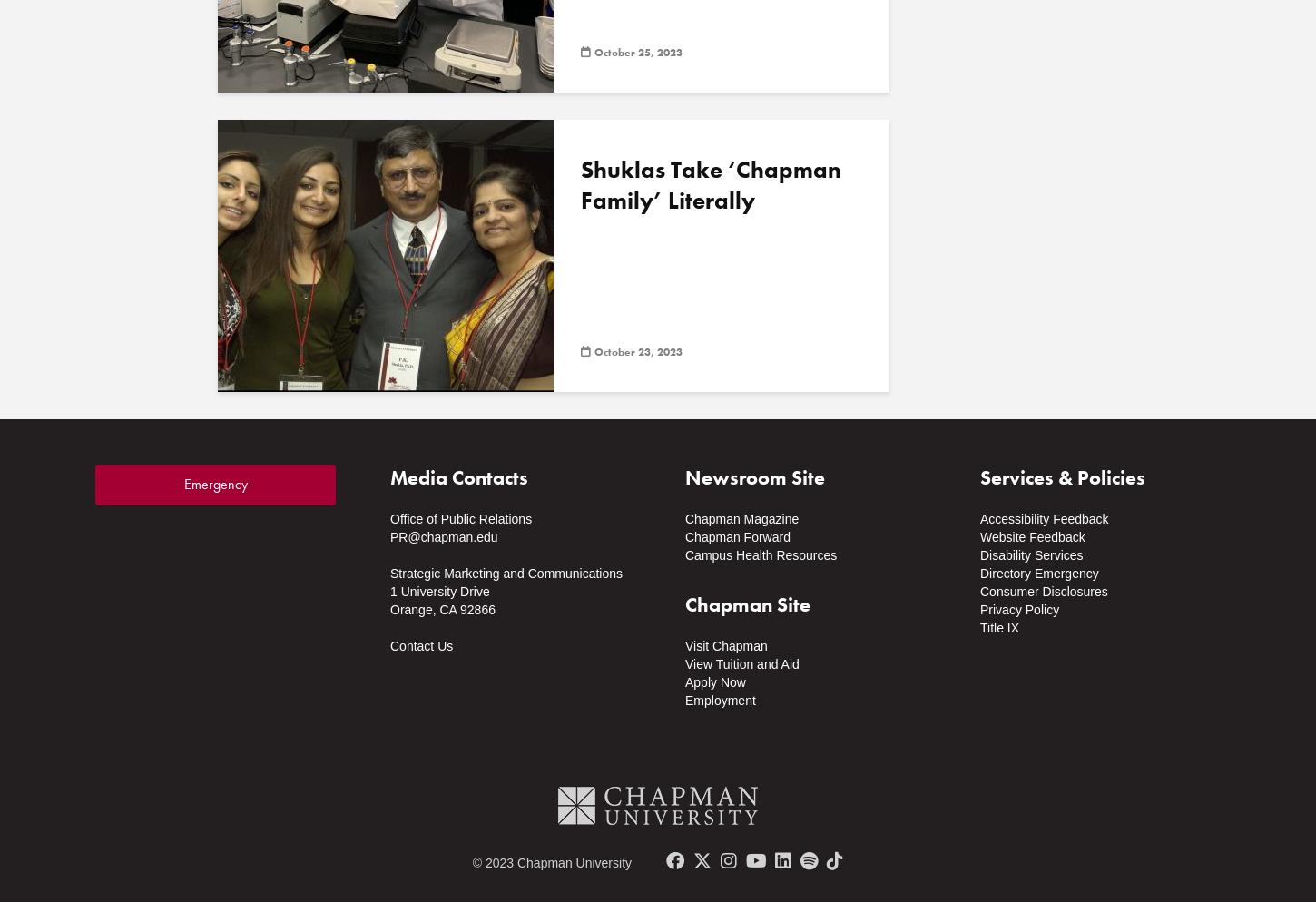 The width and height of the screenshot is (1316, 902). Describe the element at coordinates (979, 537) in the screenshot. I see `'Website Feedback'` at that location.